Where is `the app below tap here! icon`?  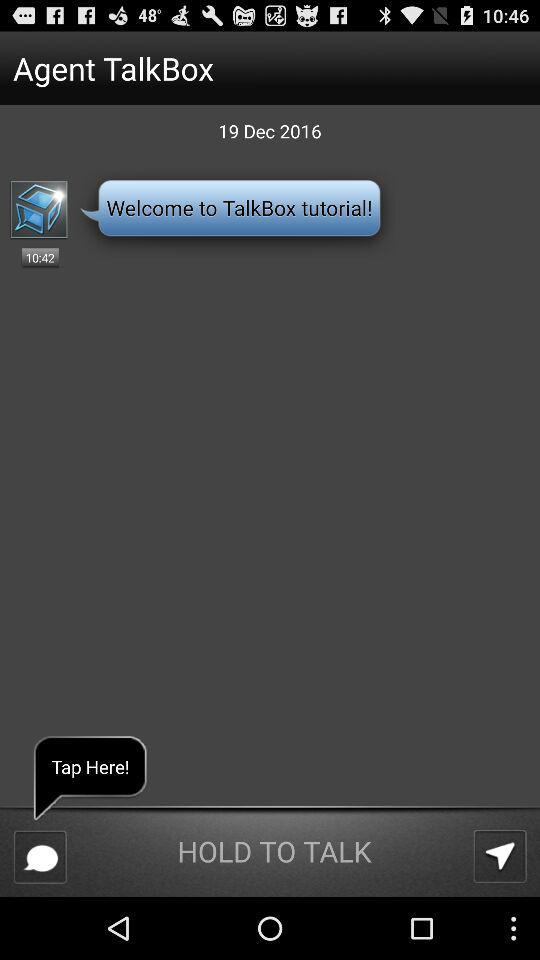
the app below tap here! icon is located at coordinates (40, 856).